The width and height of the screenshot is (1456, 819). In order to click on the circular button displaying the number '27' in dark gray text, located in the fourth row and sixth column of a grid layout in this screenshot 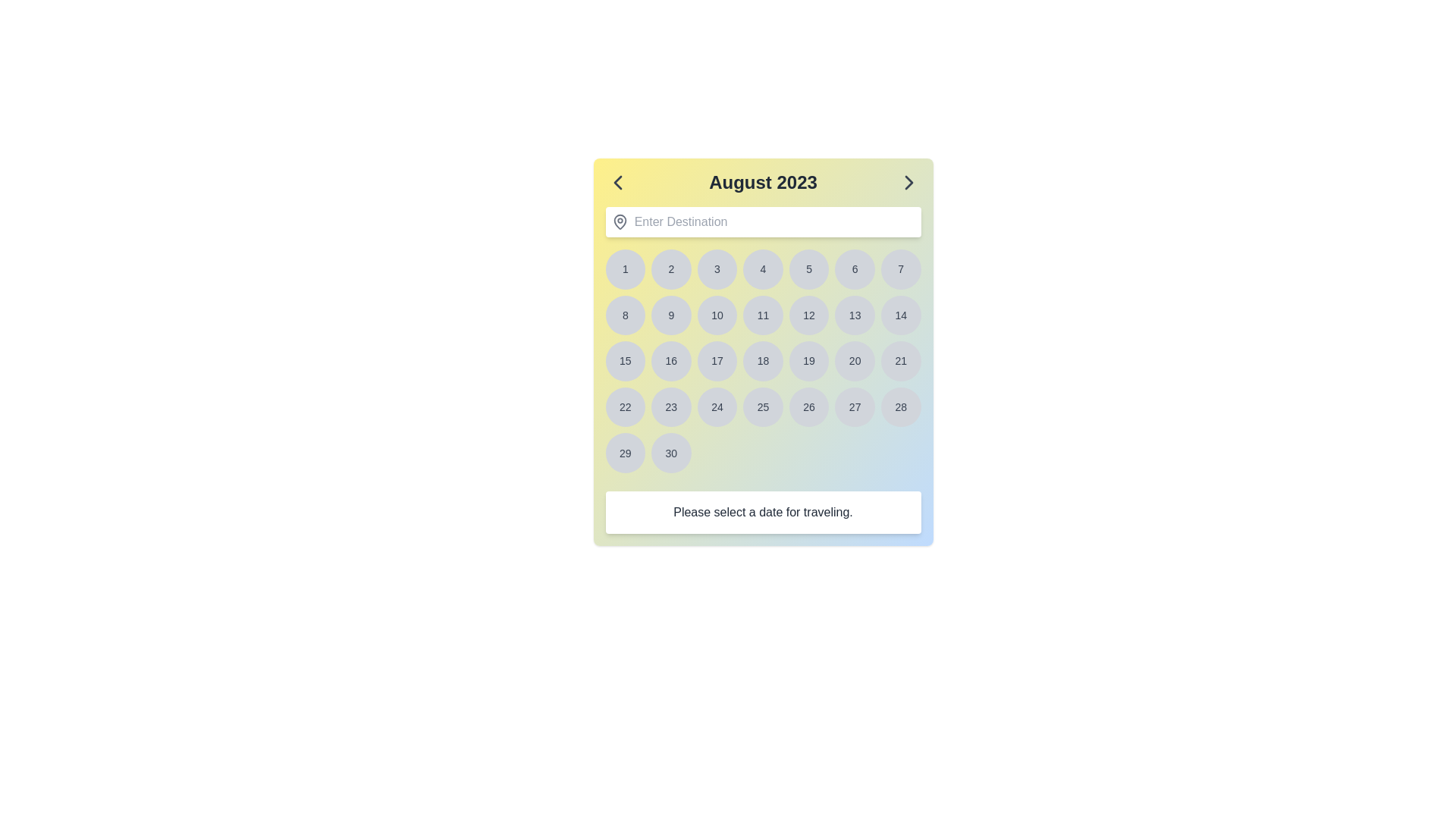, I will do `click(855, 406)`.